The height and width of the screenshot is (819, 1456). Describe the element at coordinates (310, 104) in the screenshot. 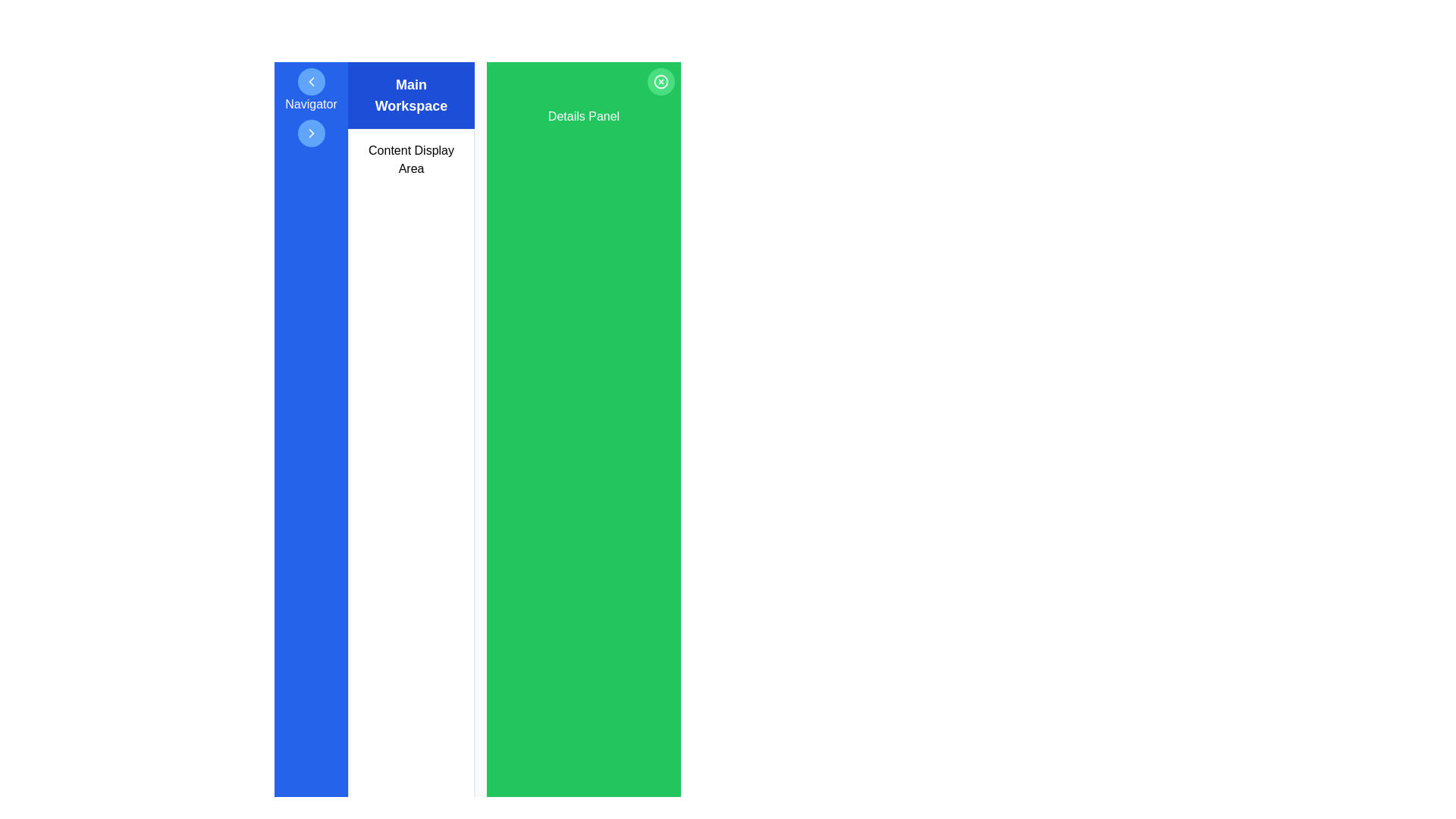

I see `the Static Text Label displaying 'Navigator' located in the blue sidebar on the far-left side of the interface` at that location.